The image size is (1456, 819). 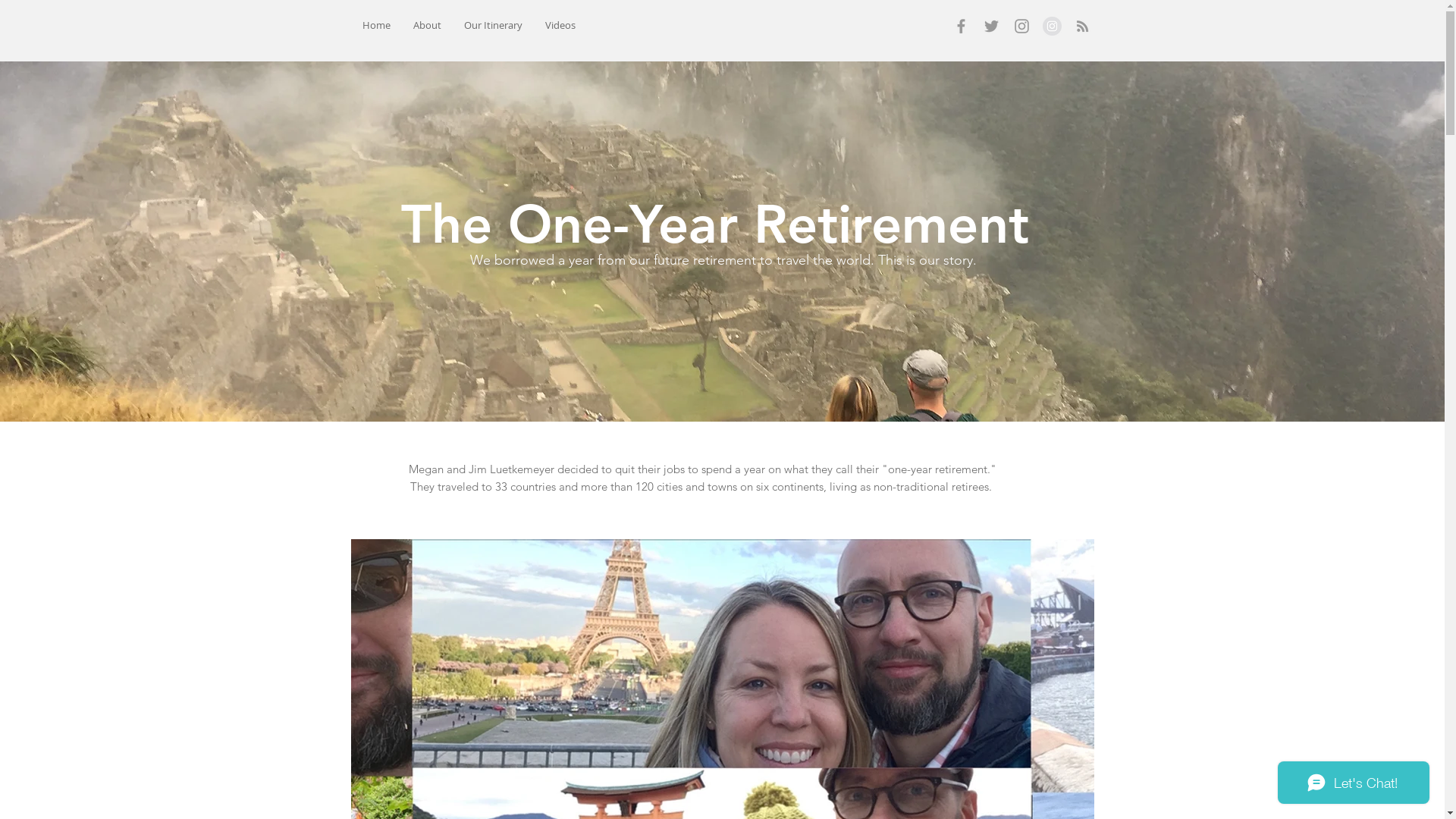 What do you see at coordinates (375, 25) in the screenshot?
I see `'Home'` at bounding box center [375, 25].